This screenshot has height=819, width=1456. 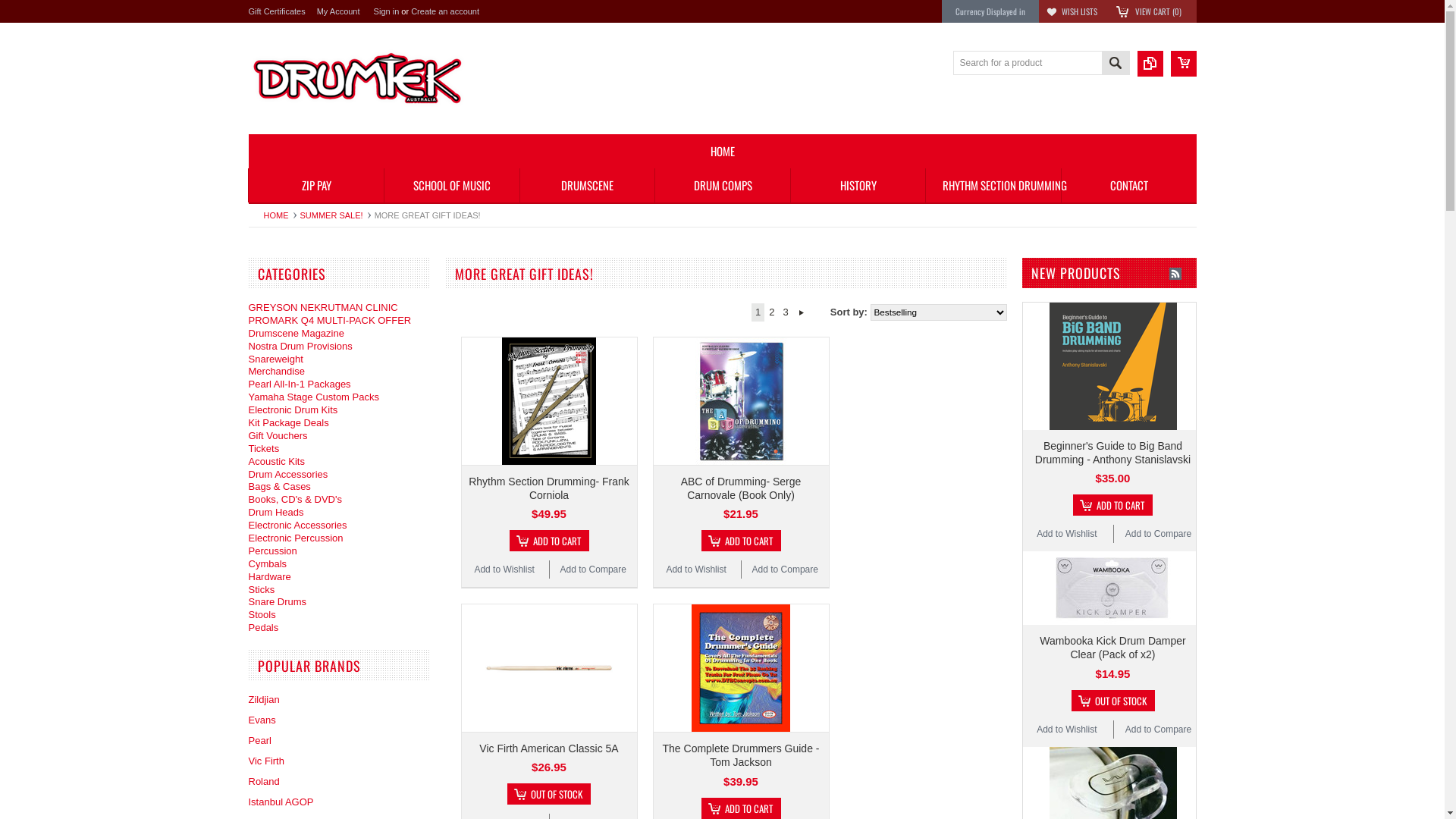 I want to click on 'CONTACT', so click(x=1128, y=184).